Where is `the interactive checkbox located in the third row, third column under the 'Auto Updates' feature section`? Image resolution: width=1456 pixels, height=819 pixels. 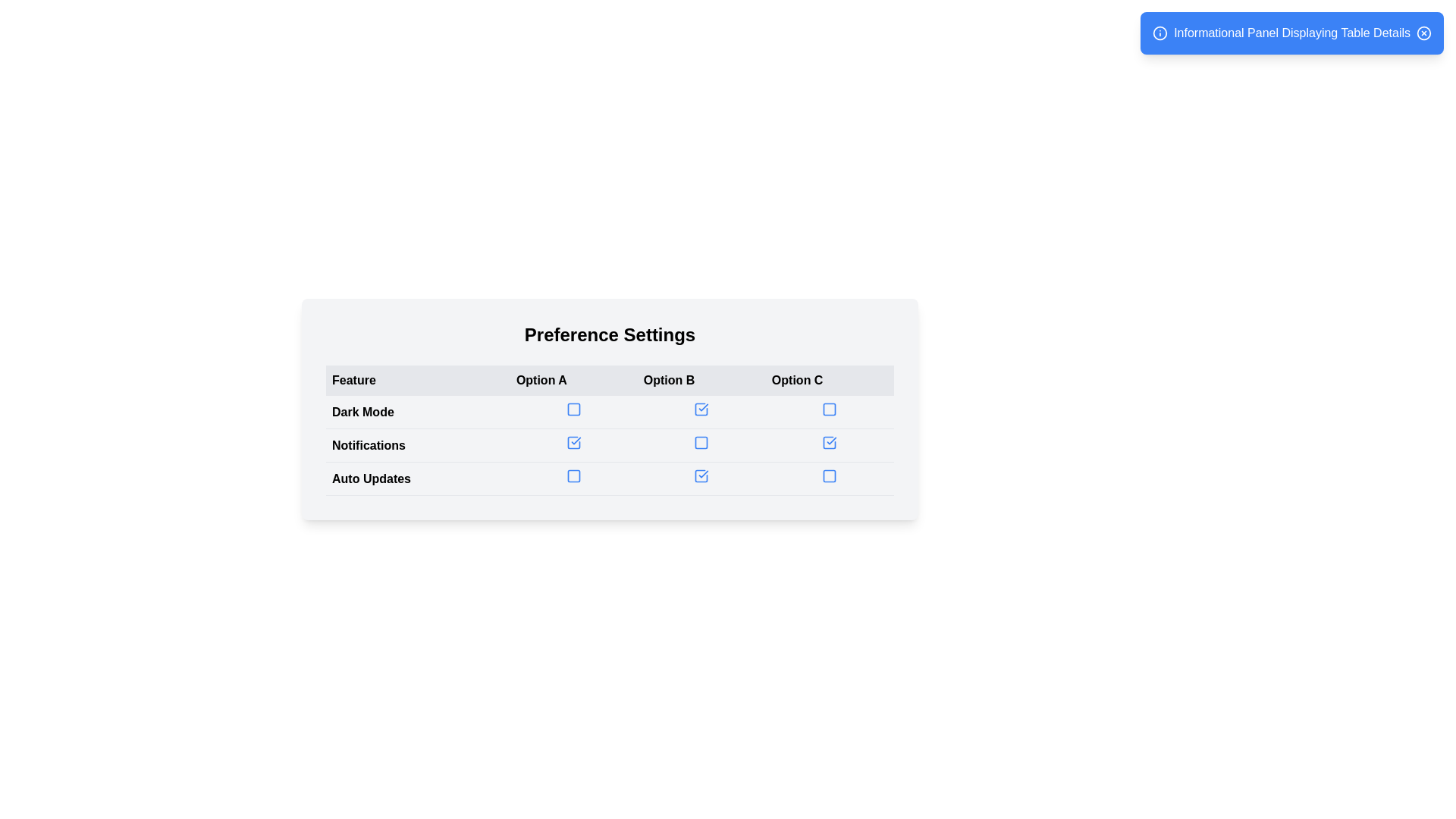 the interactive checkbox located in the third row, third column under the 'Auto Updates' feature section is located at coordinates (701, 479).